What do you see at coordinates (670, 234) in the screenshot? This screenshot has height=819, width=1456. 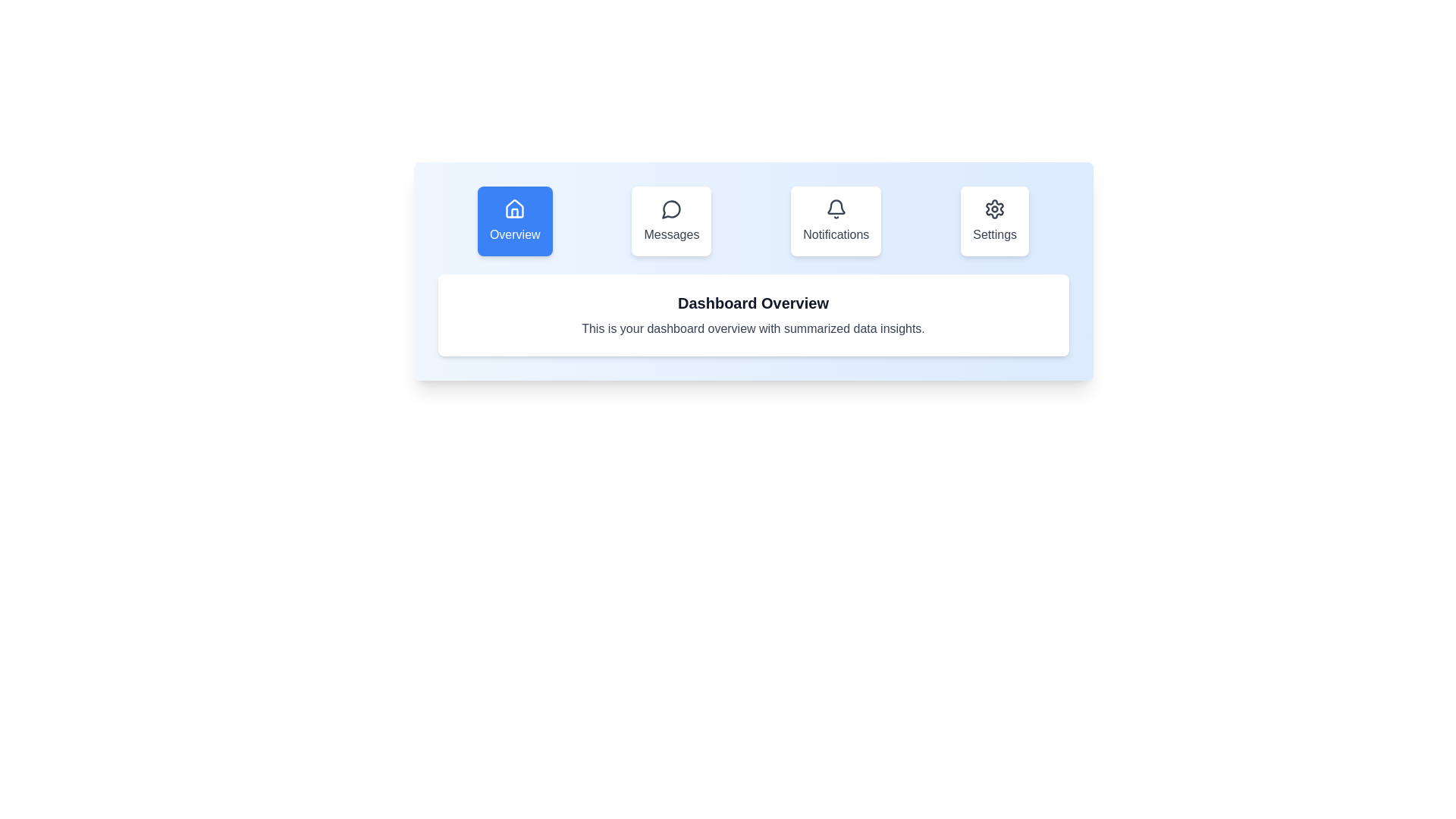 I see `the text label that says 'Messages', which is styled in dark gray and located below a message bubble icon inside a light gray card` at bounding box center [670, 234].